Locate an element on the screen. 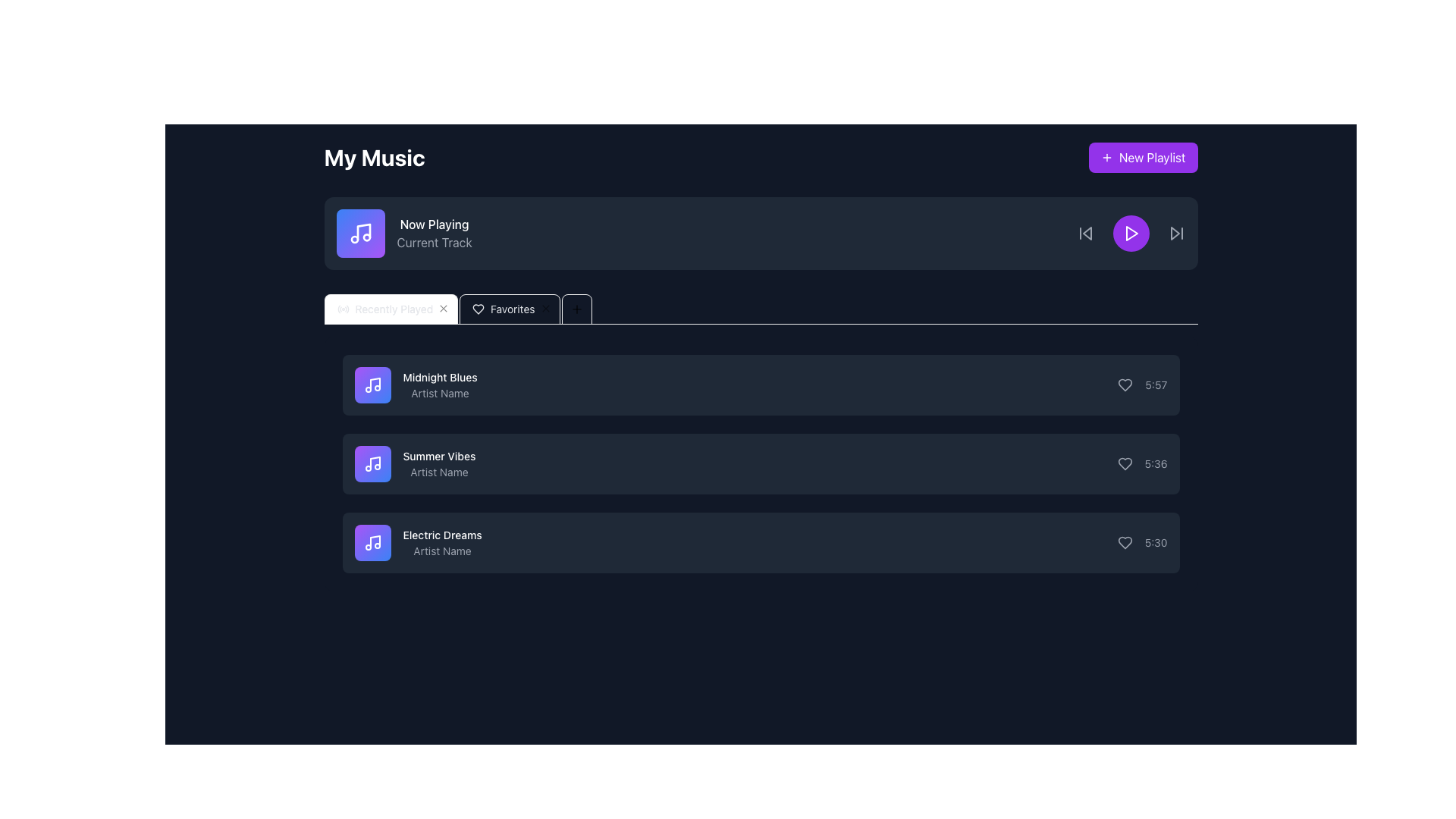 Image resolution: width=1456 pixels, height=819 pixels. the composite music track element titled 'Electric Dreams' is located at coordinates (418, 542).